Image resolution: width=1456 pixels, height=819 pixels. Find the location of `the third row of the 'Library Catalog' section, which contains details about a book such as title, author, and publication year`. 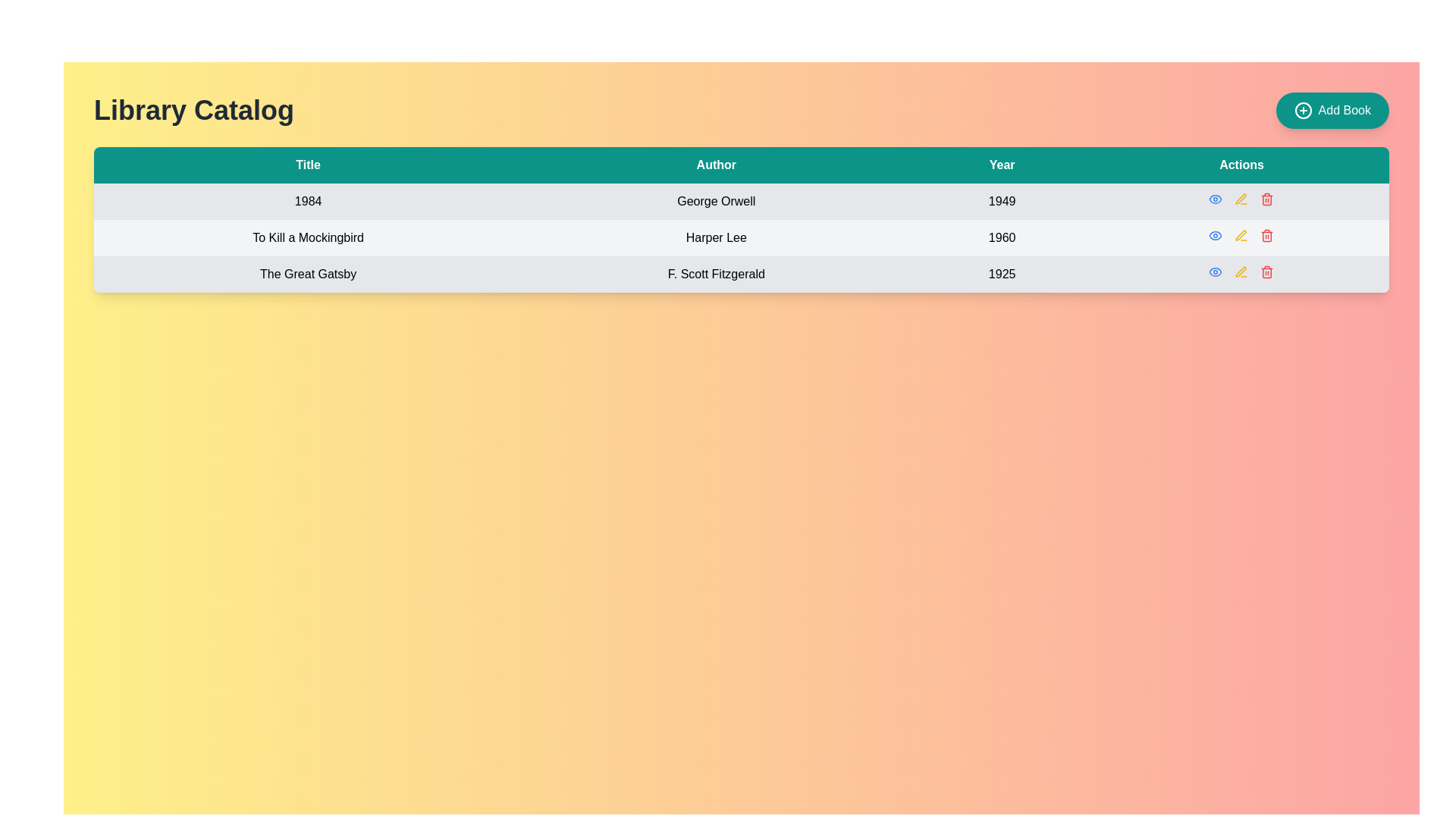

the third row of the 'Library Catalog' section, which contains details about a book such as title, author, and publication year is located at coordinates (742, 275).